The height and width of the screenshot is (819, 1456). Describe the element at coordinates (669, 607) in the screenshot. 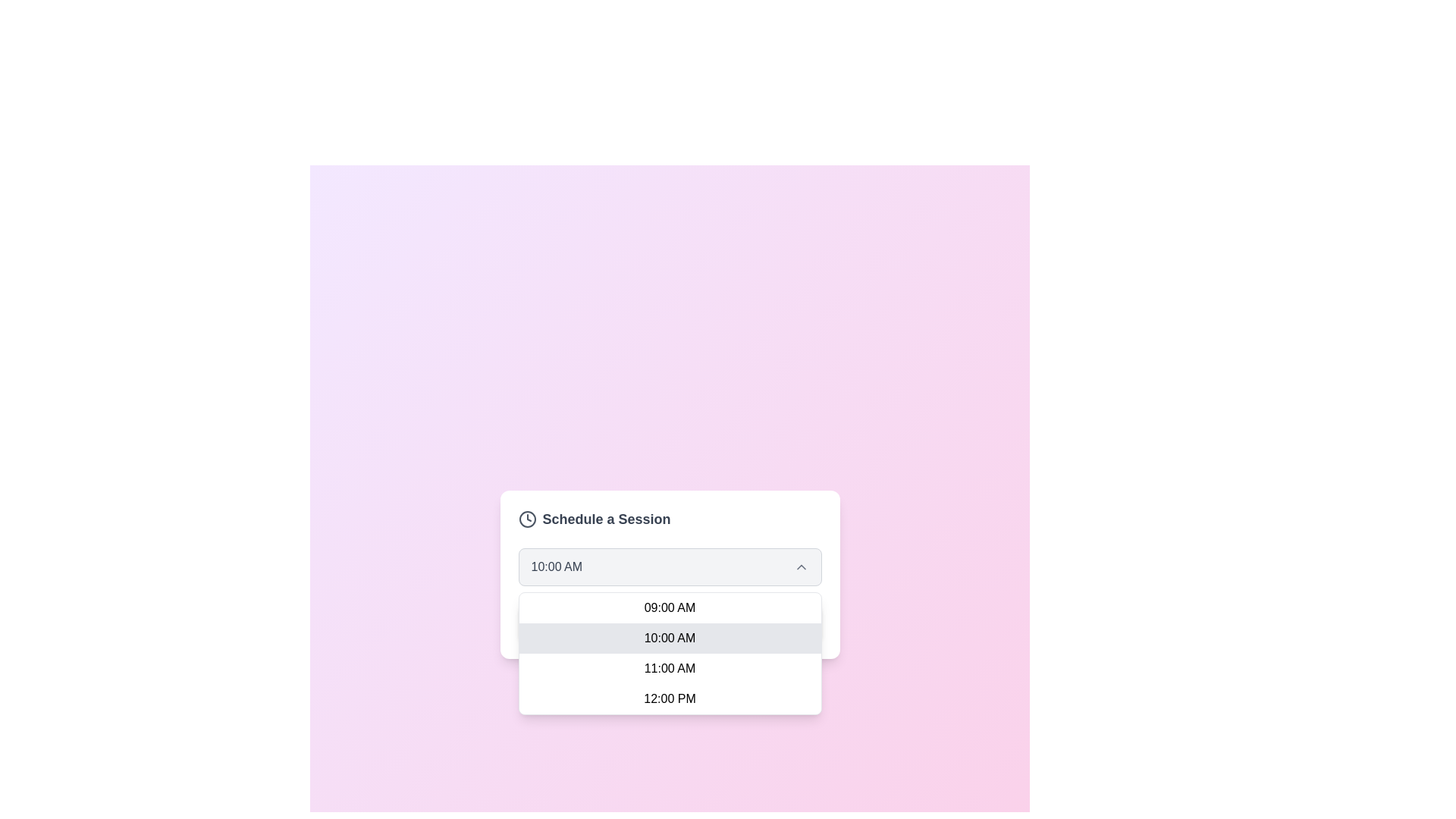

I see `the selectable dropdown option that reads '09:00 AM'` at that location.